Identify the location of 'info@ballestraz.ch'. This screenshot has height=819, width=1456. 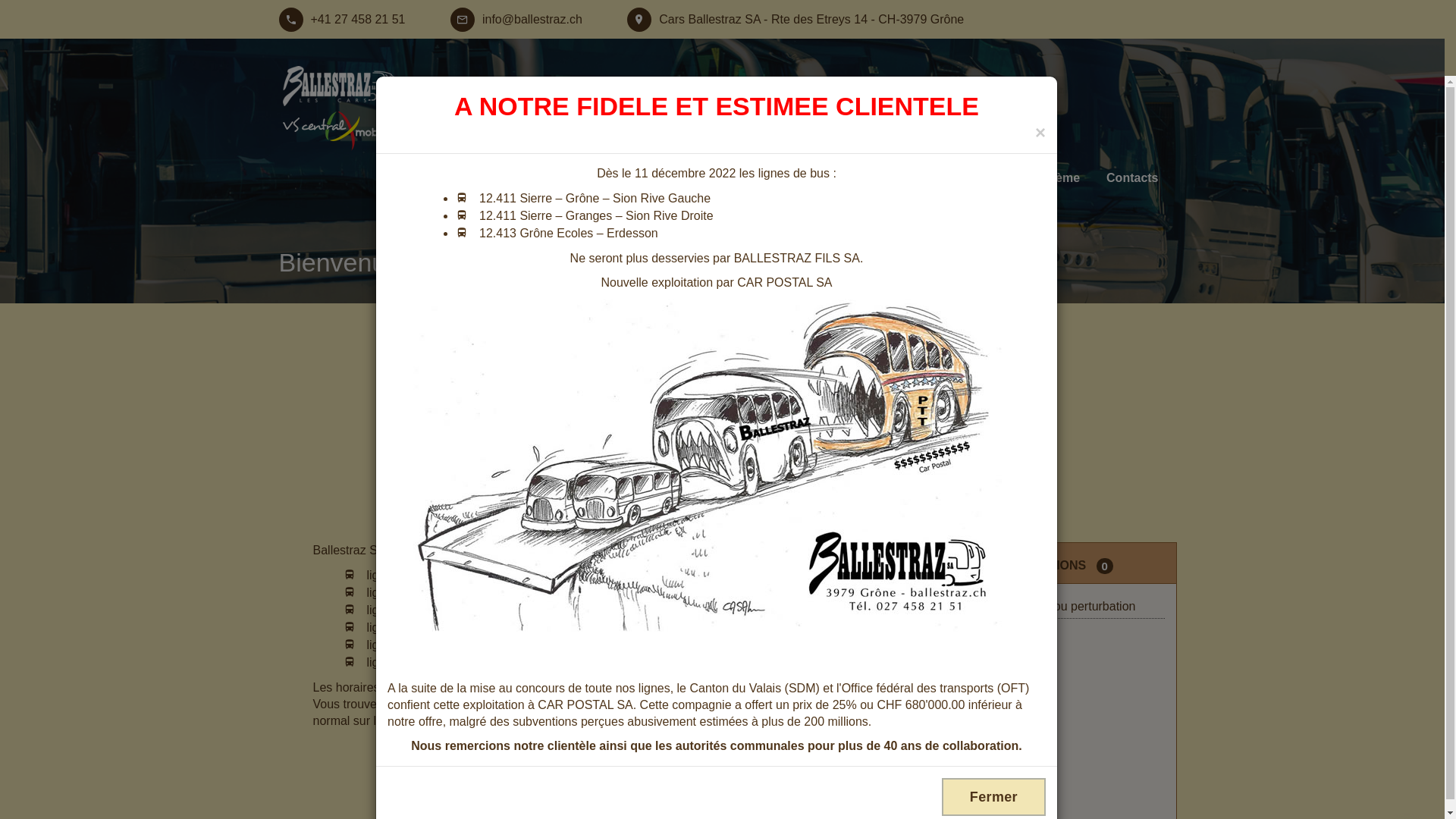
(516, 20).